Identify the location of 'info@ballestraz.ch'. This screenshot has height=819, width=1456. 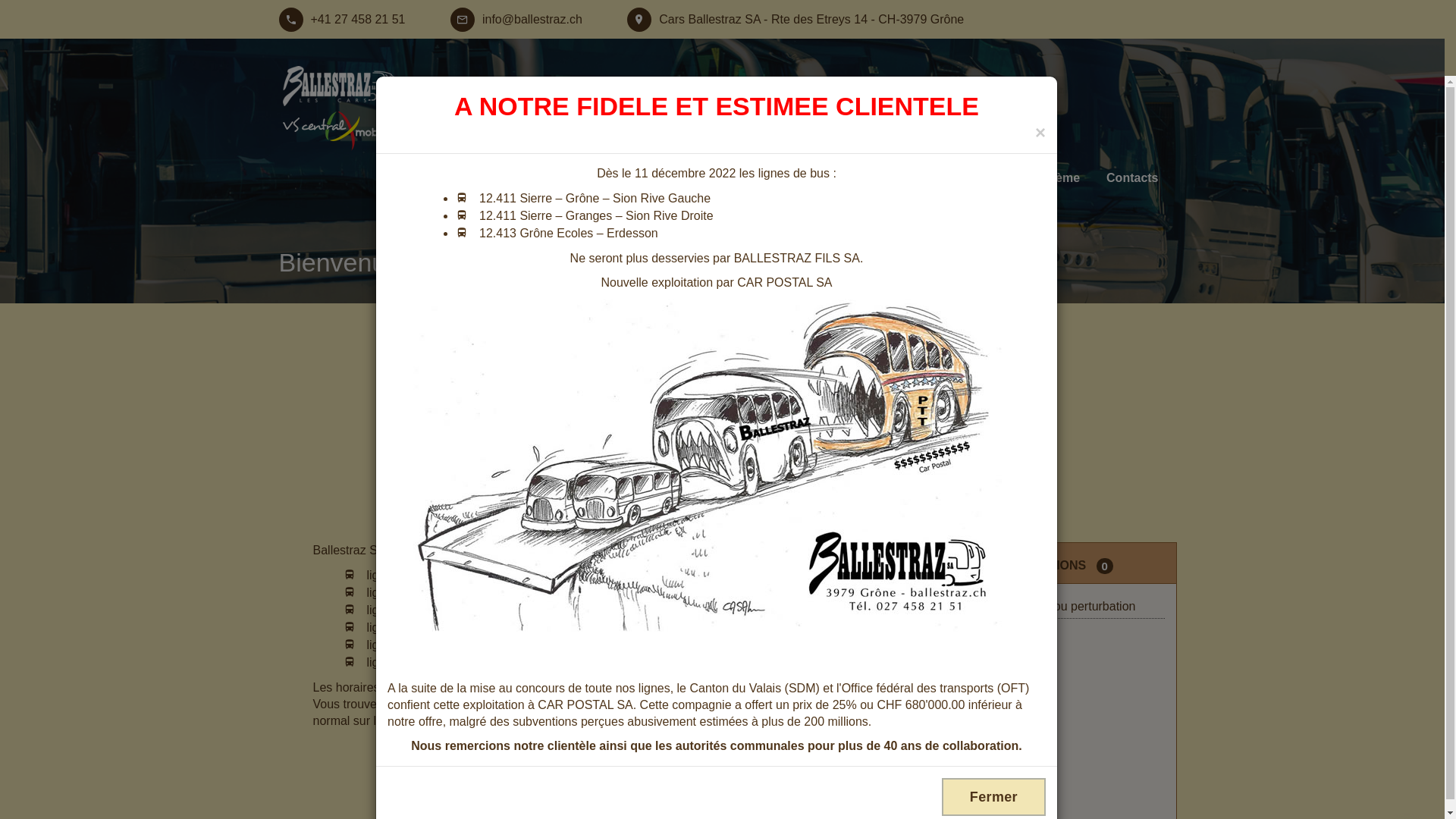
(516, 20).